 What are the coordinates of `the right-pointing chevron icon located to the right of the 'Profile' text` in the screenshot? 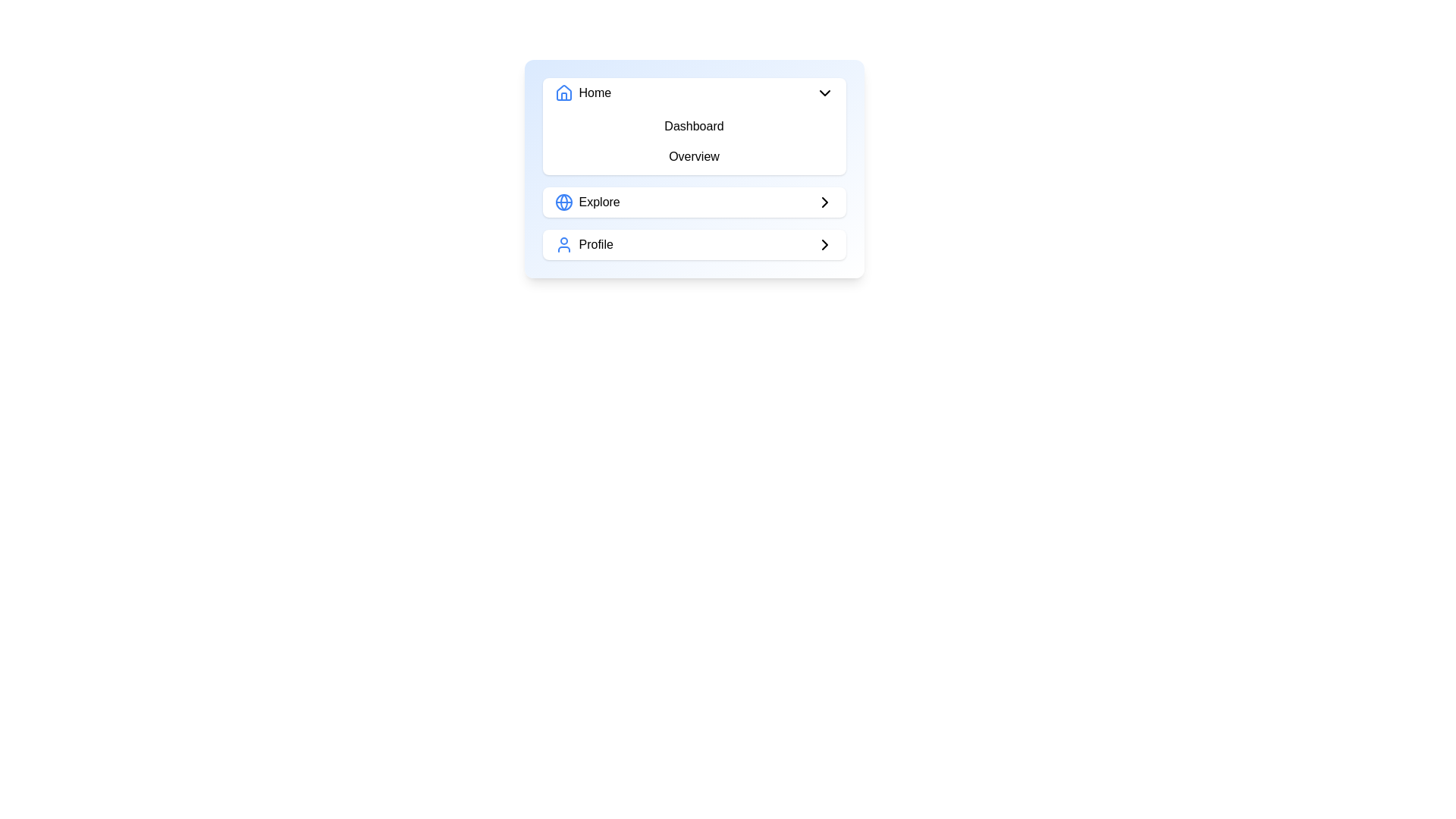 It's located at (824, 244).